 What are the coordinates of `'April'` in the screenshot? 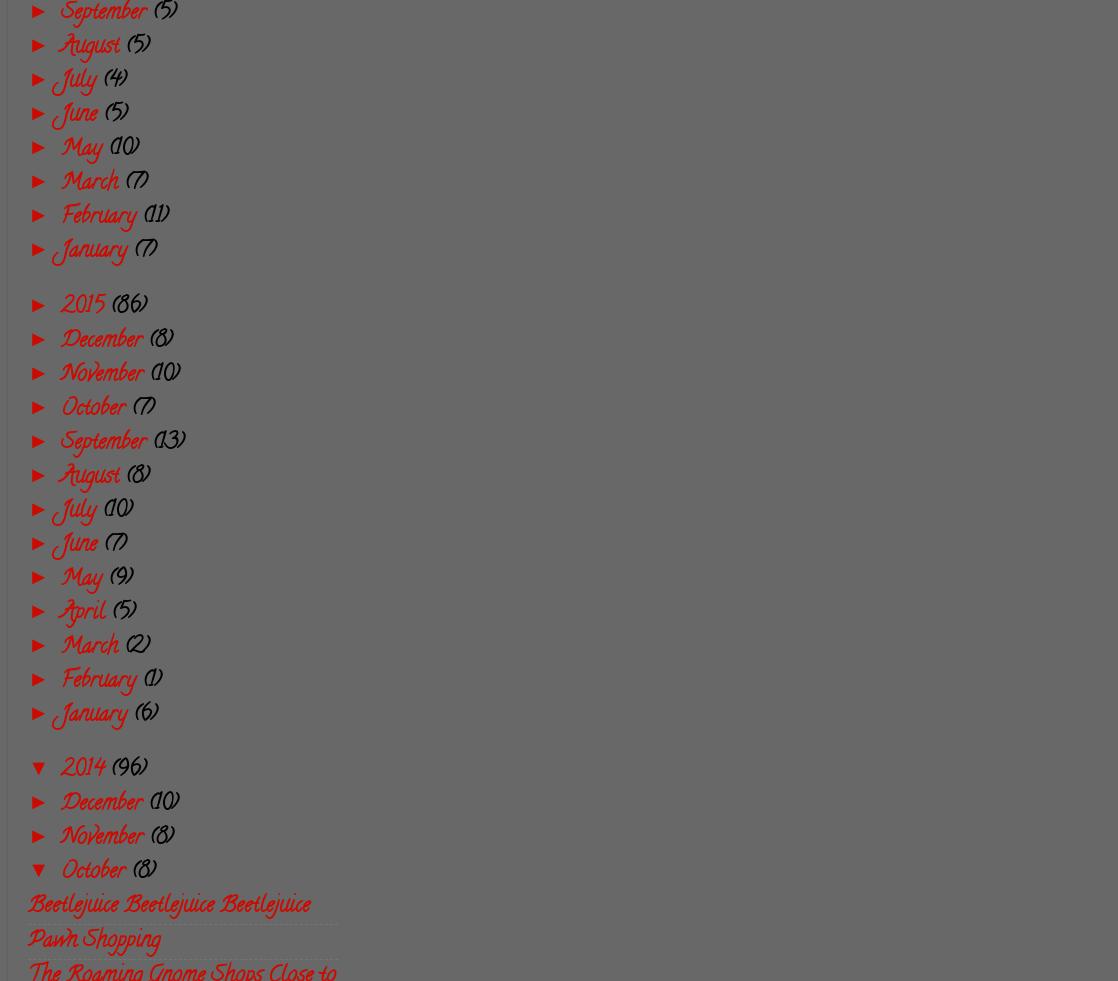 It's located at (85, 613).